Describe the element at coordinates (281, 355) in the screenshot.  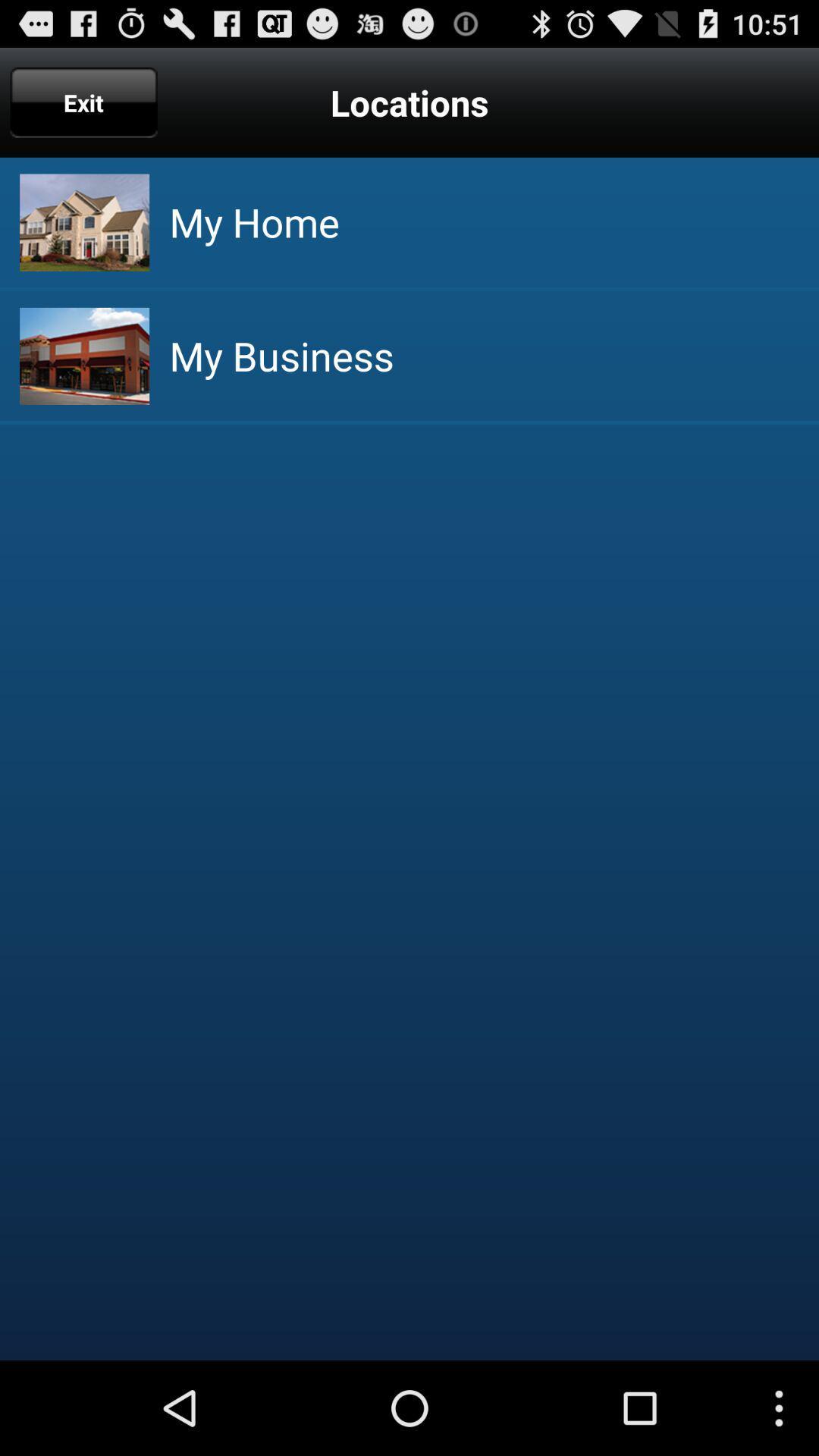
I see `the my business` at that location.